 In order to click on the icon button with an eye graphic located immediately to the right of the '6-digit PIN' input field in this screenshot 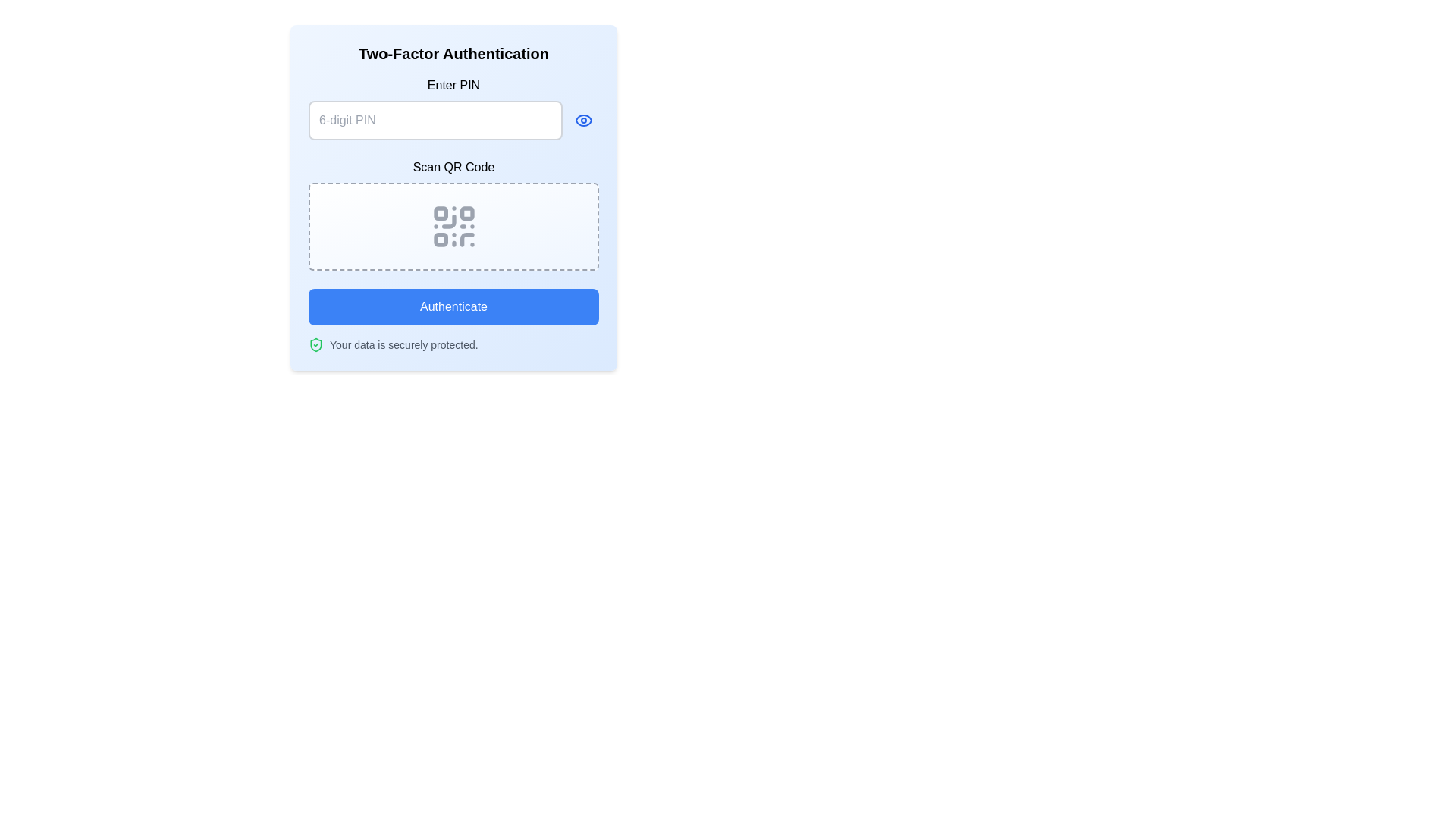, I will do `click(582, 119)`.